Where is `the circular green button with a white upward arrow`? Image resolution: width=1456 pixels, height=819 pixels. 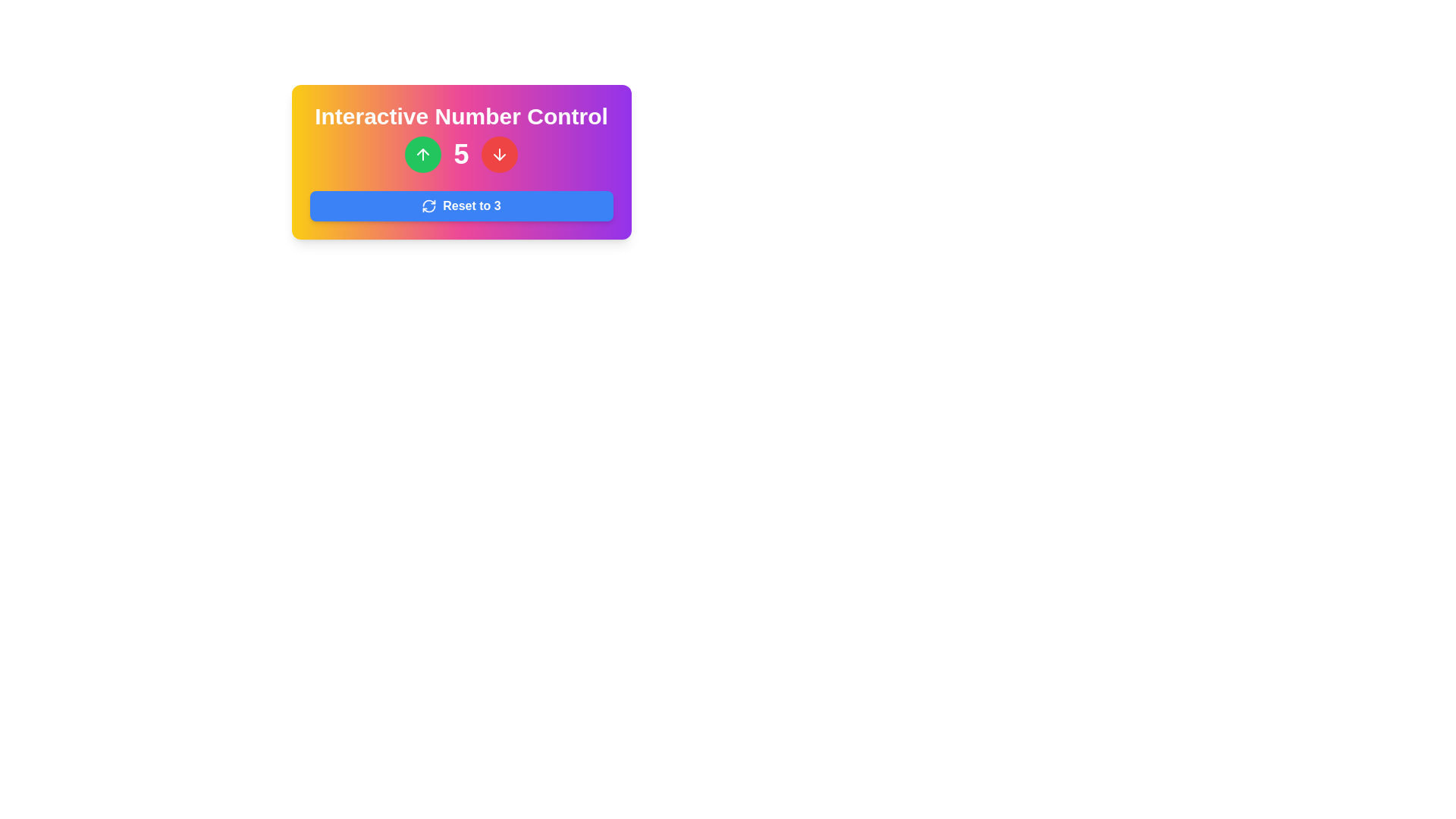 the circular green button with a white upward arrow is located at coordinates (423, 155).